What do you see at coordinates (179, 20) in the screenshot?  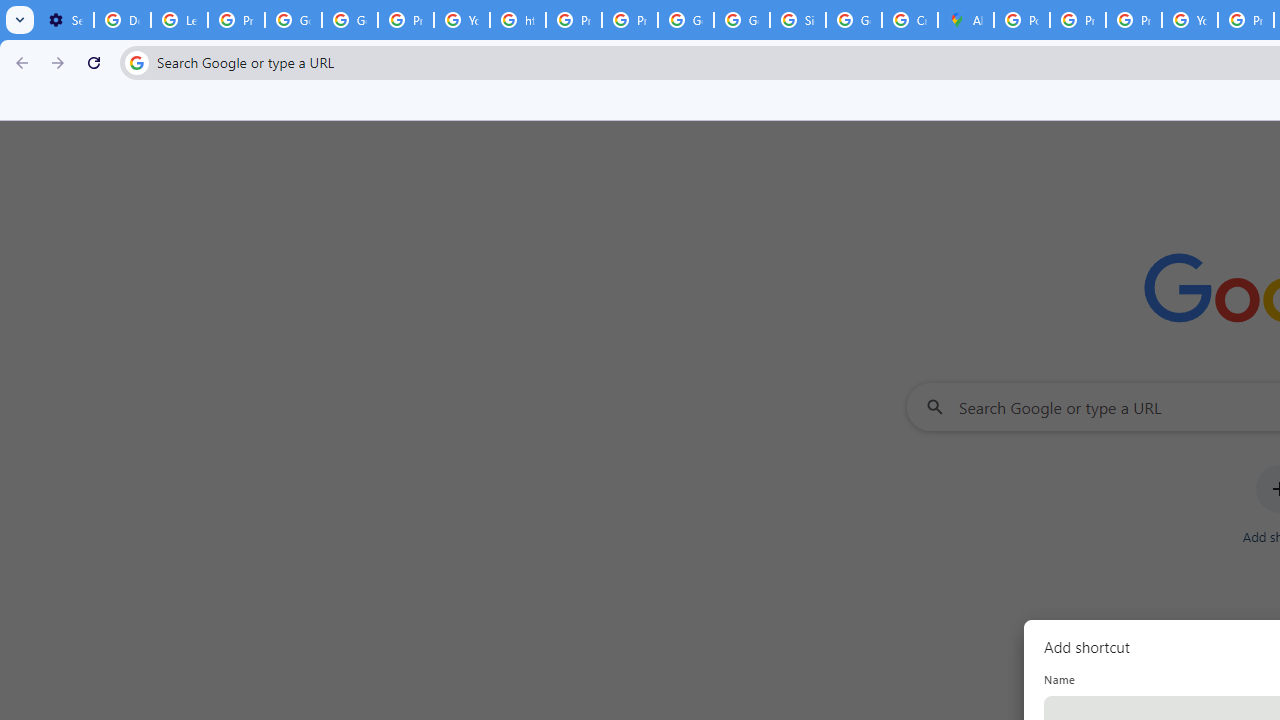 I see `'Learn how to find your photos - Google Photos Help'` at bounding box center [179, 20].